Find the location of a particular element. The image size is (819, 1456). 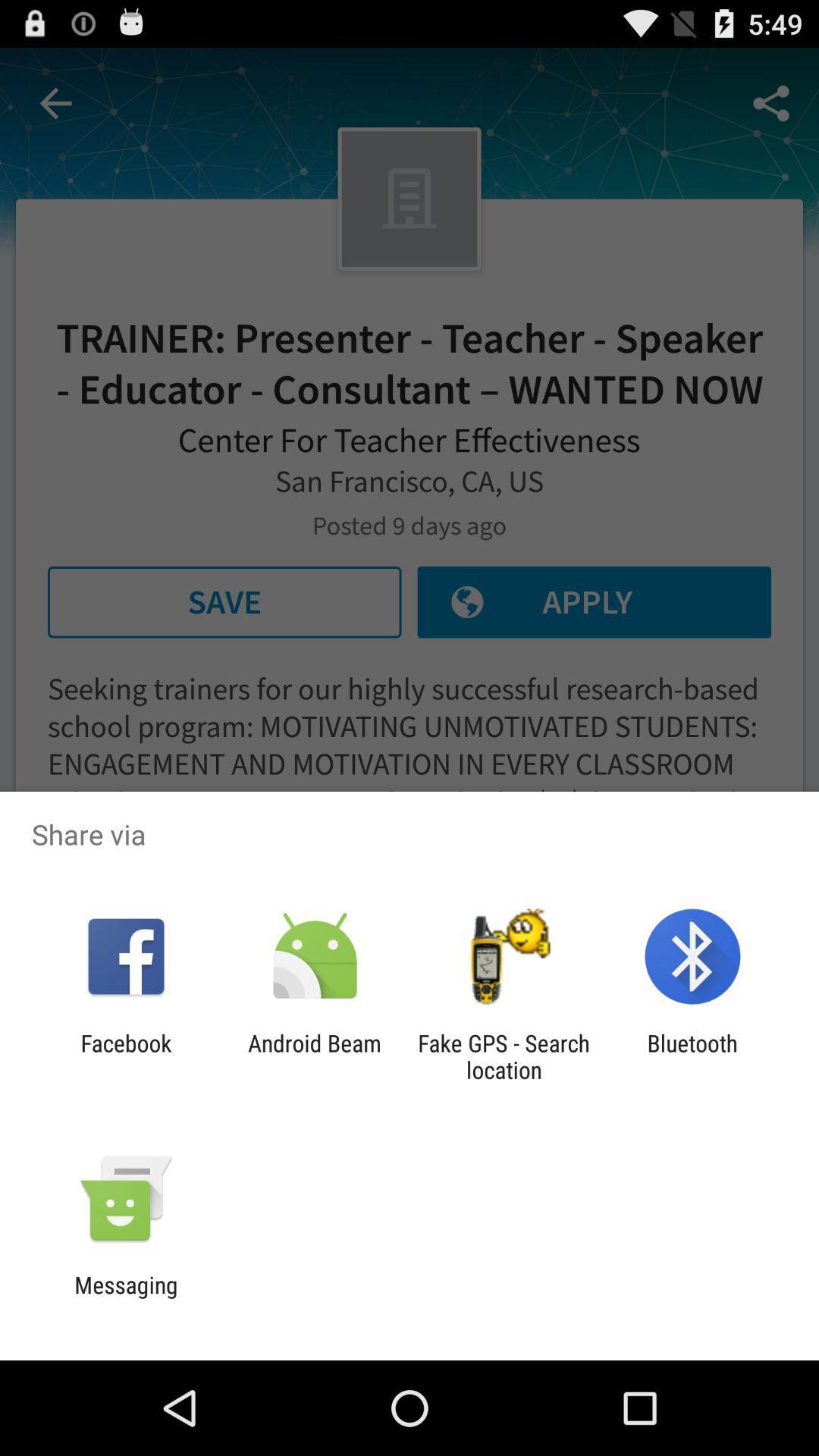

the item to the left of the android beam icon is located at coordinates (125, 1056).